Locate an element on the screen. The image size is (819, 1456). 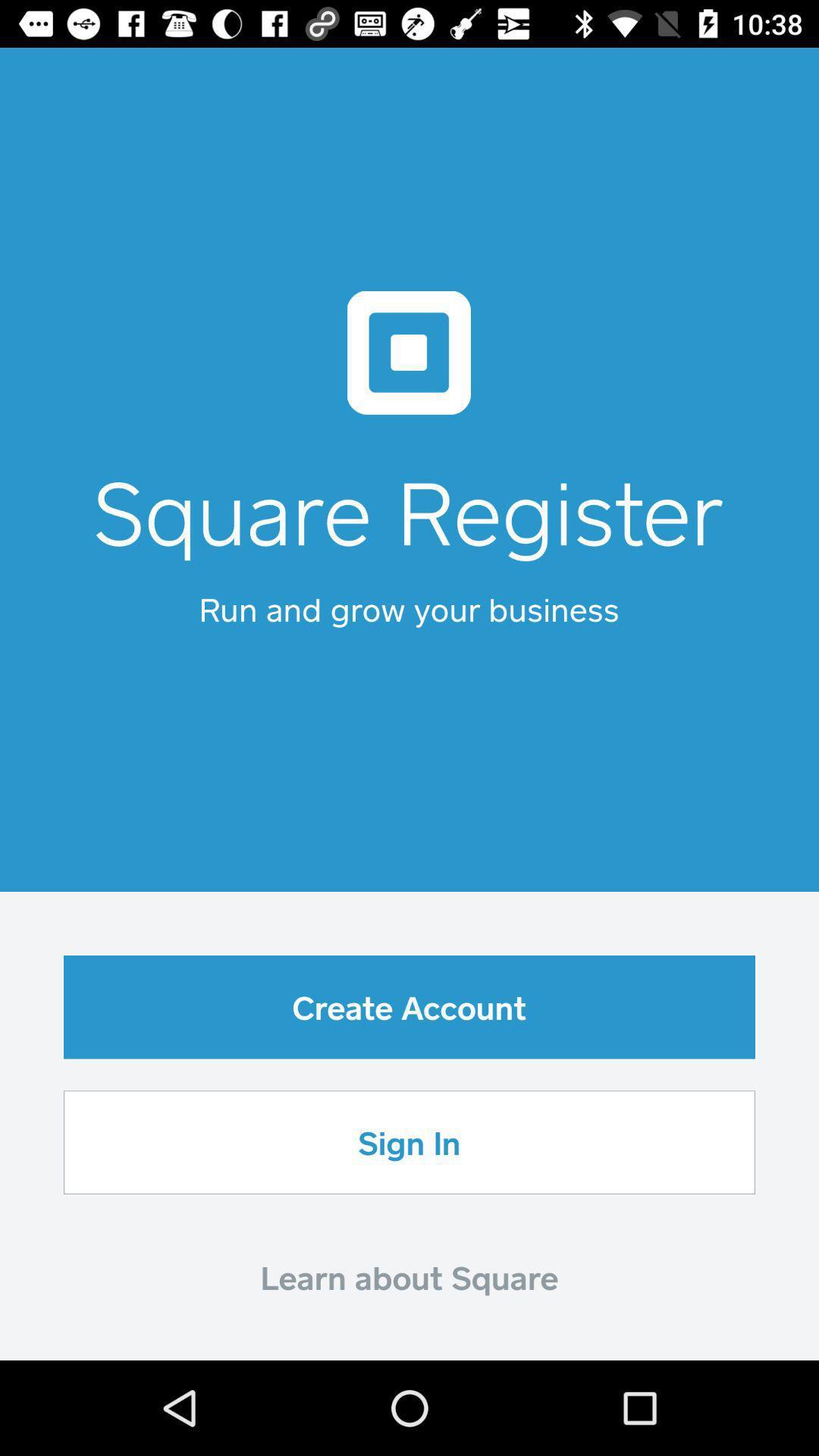
learn about square item is located at coordinates (409, 1276).